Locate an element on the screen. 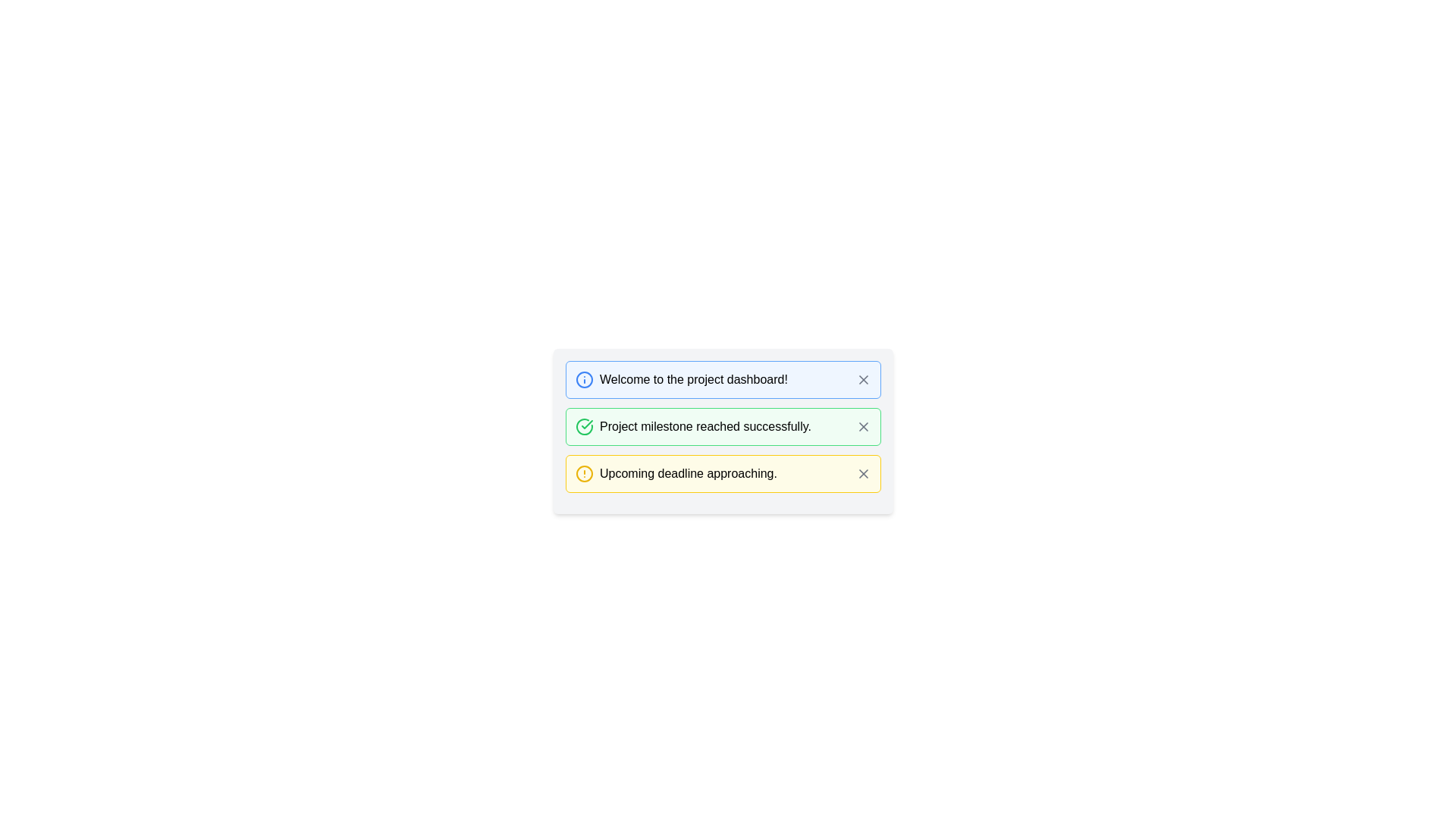 This screenshot has height=819, width=1456. the small square-shaped button with an 'X' icon located at the right end of the yellow-bordered notification box displaying 'Upcoming deadline approaching.' is located at coordinates (863, 472).